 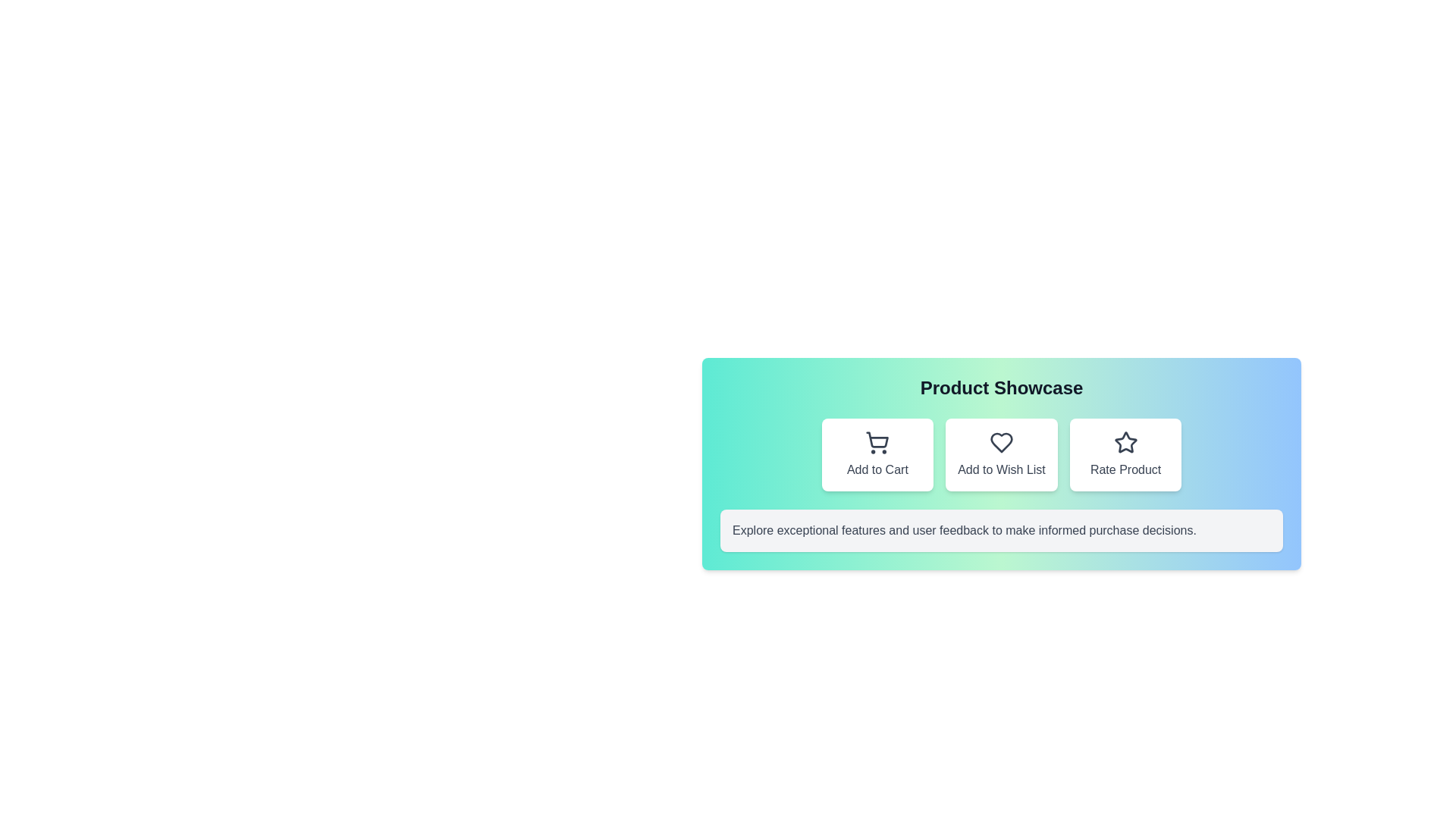 I want to click on the 'Add to Wishlist' button located in the second column of the three-column grid, between the 'Add to Cart' and 'Rate Product' buttons, so click(x=1001, y=454).